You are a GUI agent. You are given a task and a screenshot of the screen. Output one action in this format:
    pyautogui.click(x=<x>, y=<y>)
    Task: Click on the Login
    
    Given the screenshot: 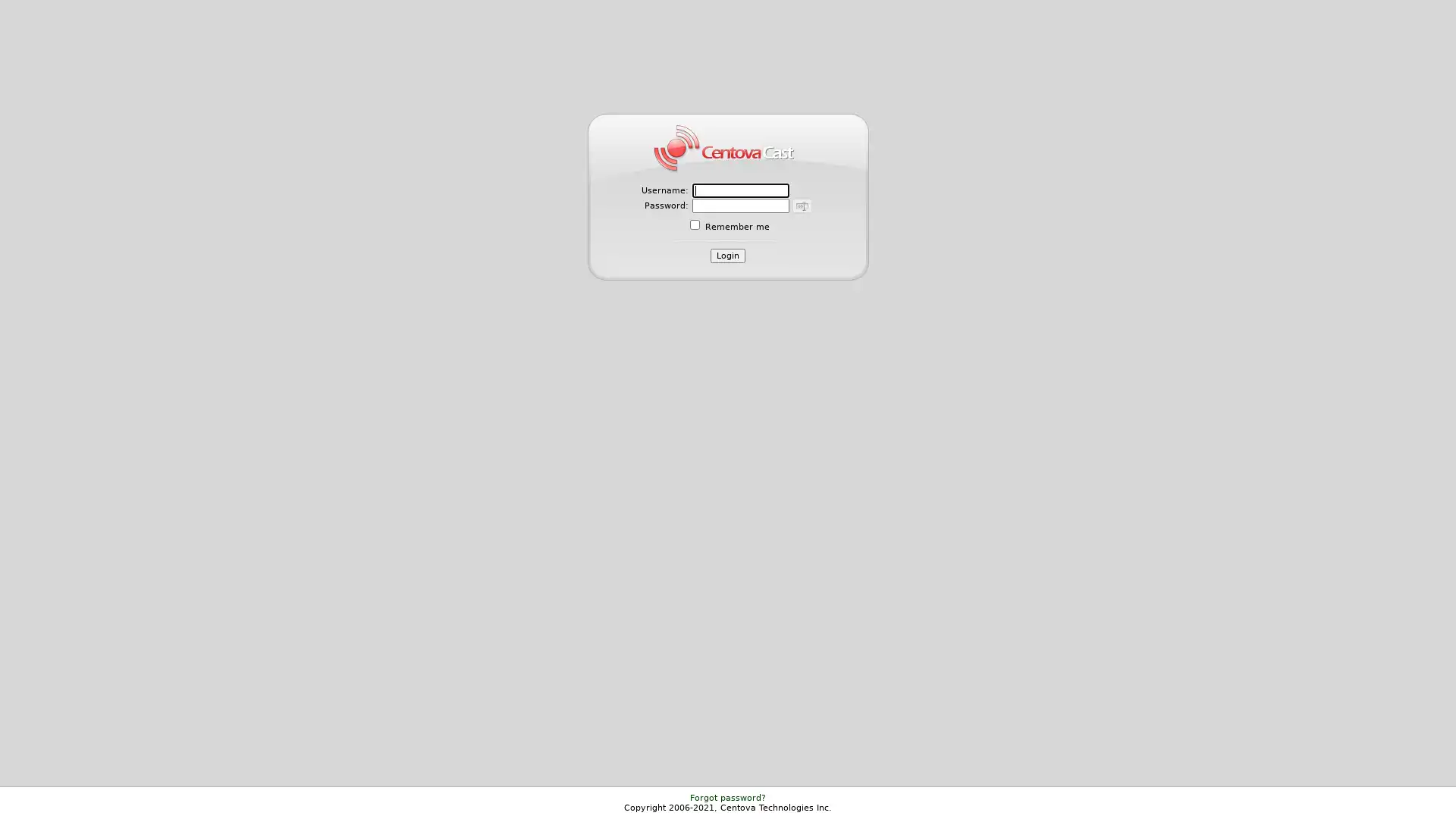 What is the action you would take?
    pyautogui.click(x=728, y=255)
    